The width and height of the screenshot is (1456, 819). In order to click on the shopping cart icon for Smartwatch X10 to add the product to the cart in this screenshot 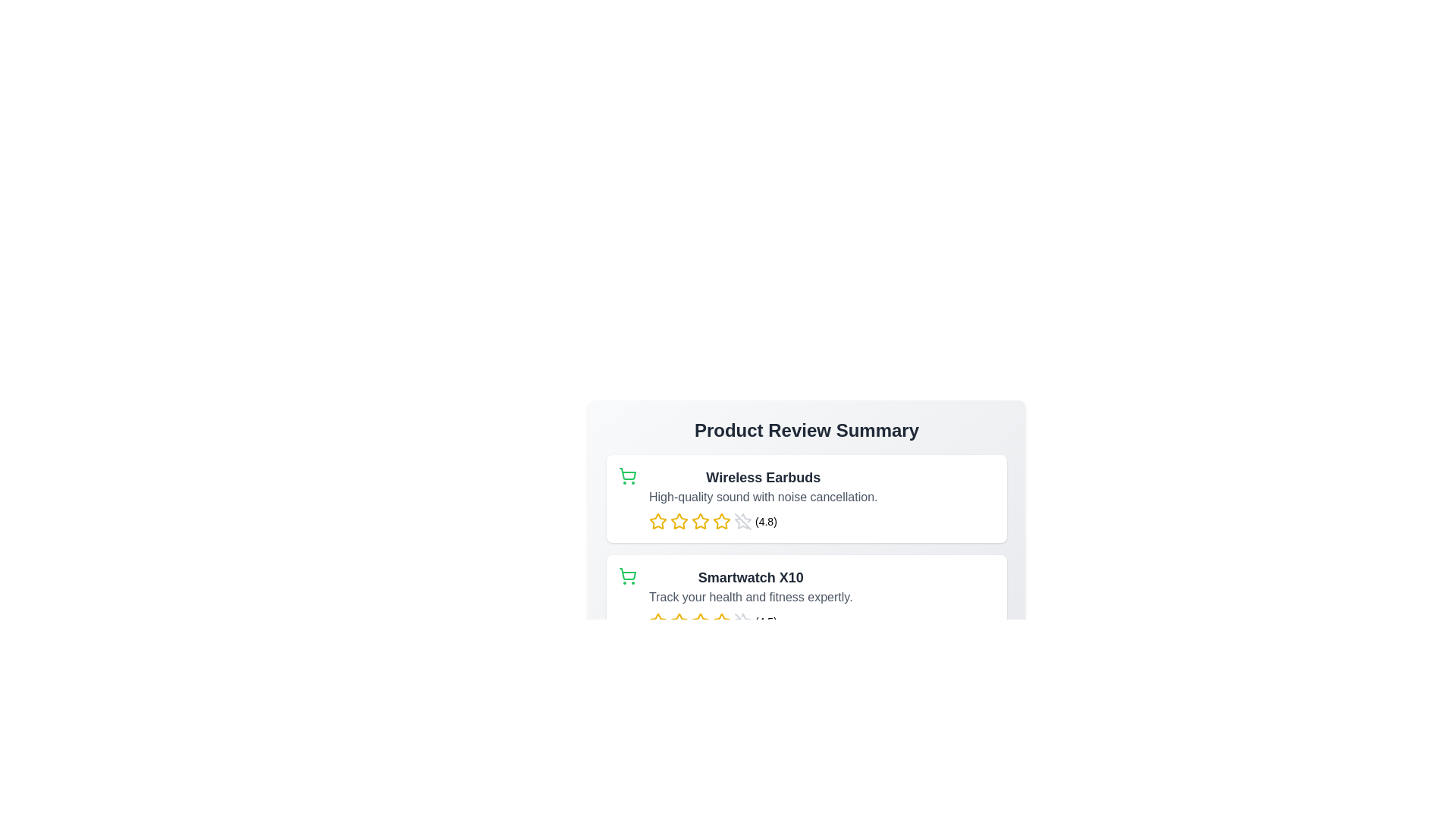, I will do `click(628, 576)`.